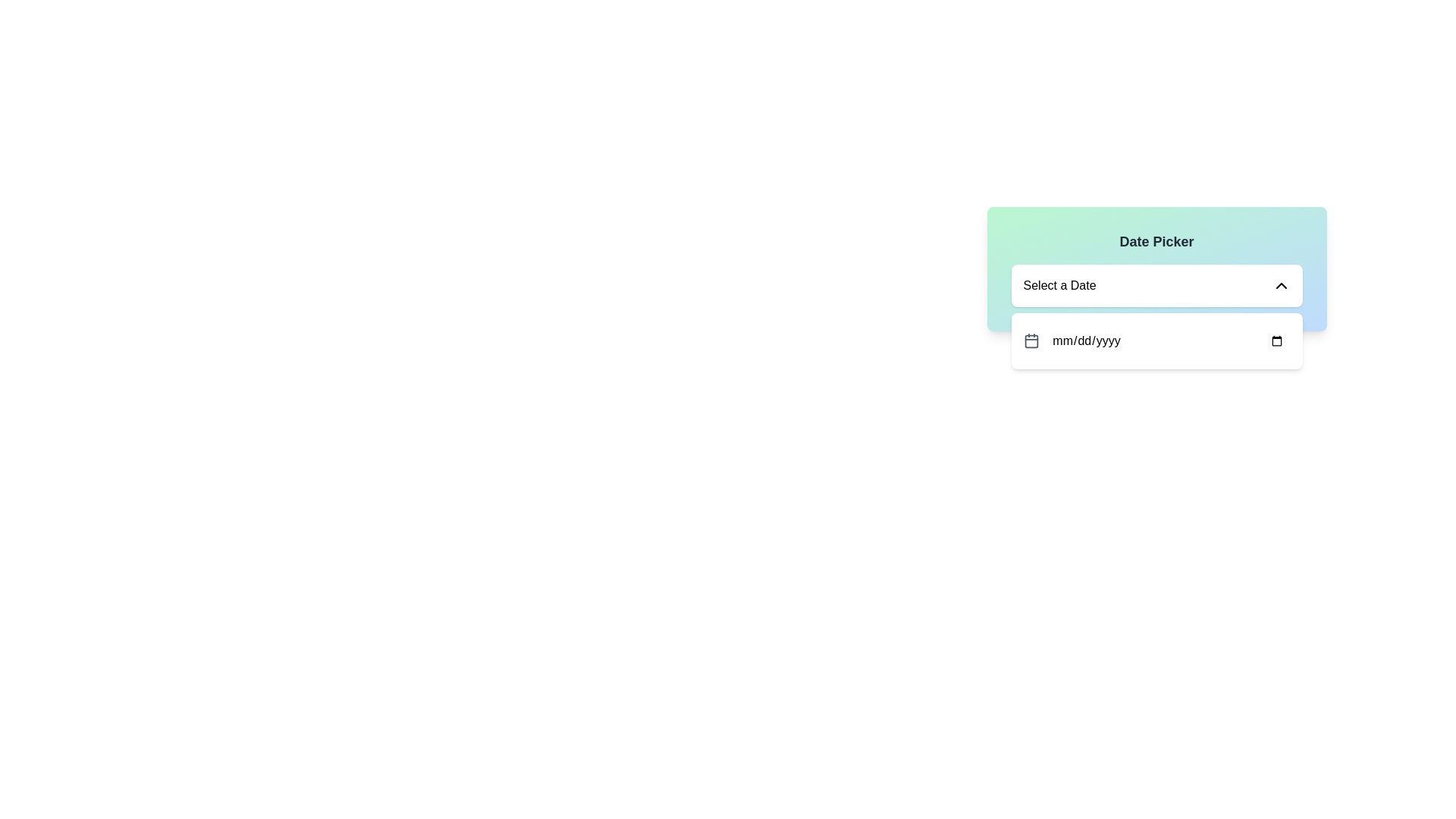 This screenshot has height=819, width=1456. I want to click on the date picker input by clicking the calendar icon located to the left of the 'mm/dd/yyyy' date input field, so click(1031, 341).